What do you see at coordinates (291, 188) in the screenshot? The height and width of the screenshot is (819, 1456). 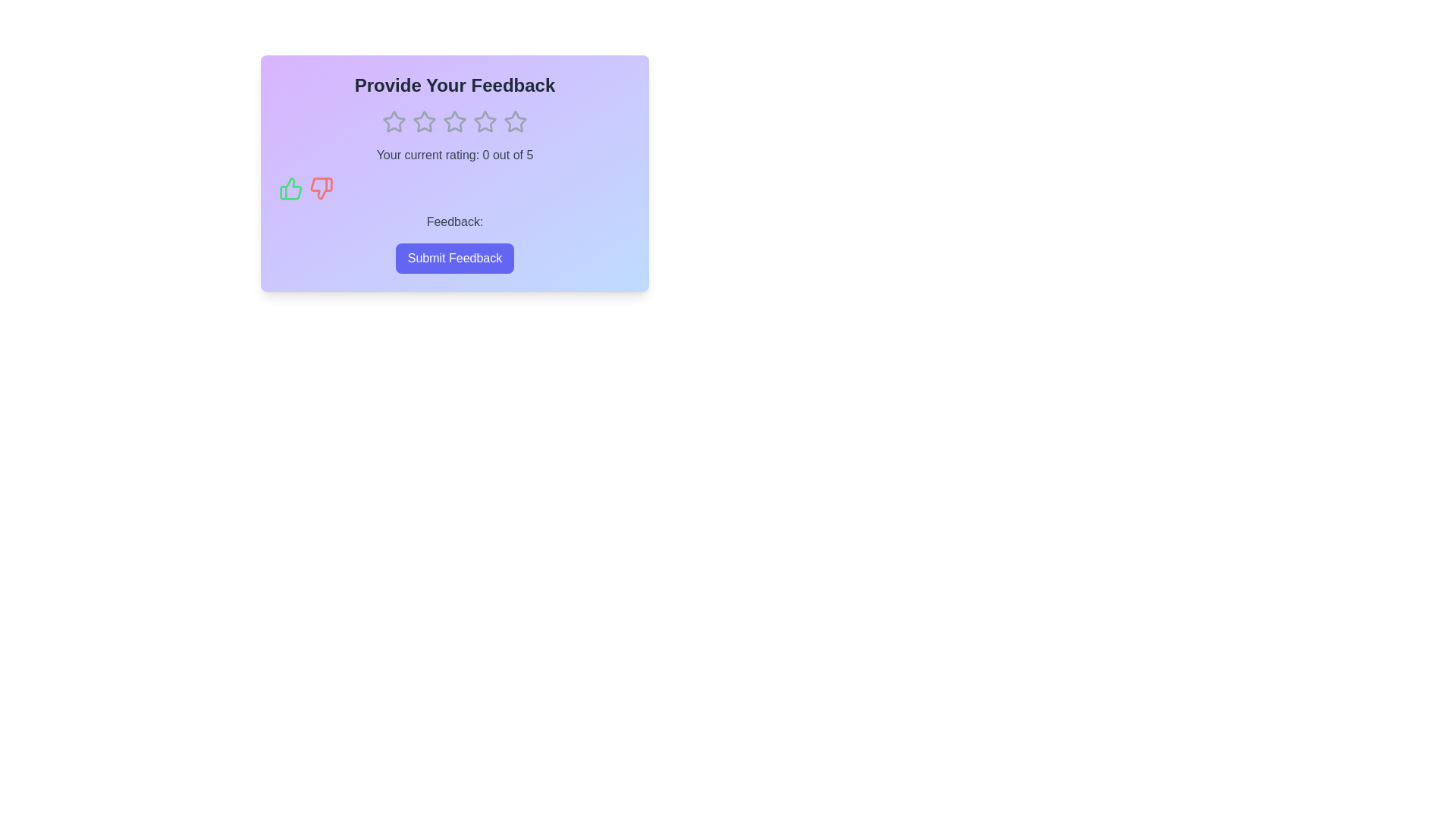 I see `the thumbs-up icon to provide positive feedback` at bounding box center [291, 188].